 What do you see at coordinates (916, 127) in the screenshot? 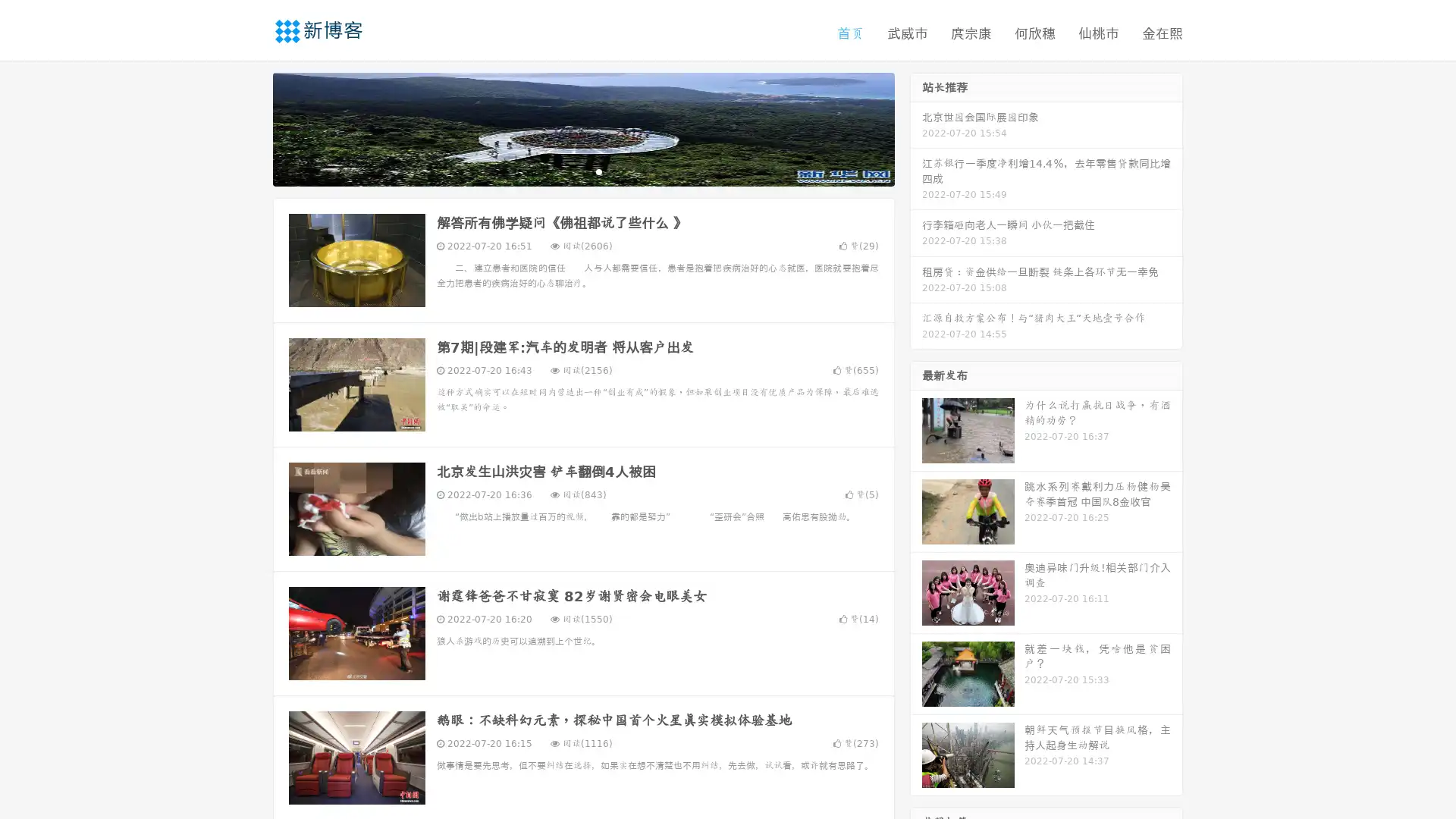
I see `Next slide` at bounding box center [916, 127].